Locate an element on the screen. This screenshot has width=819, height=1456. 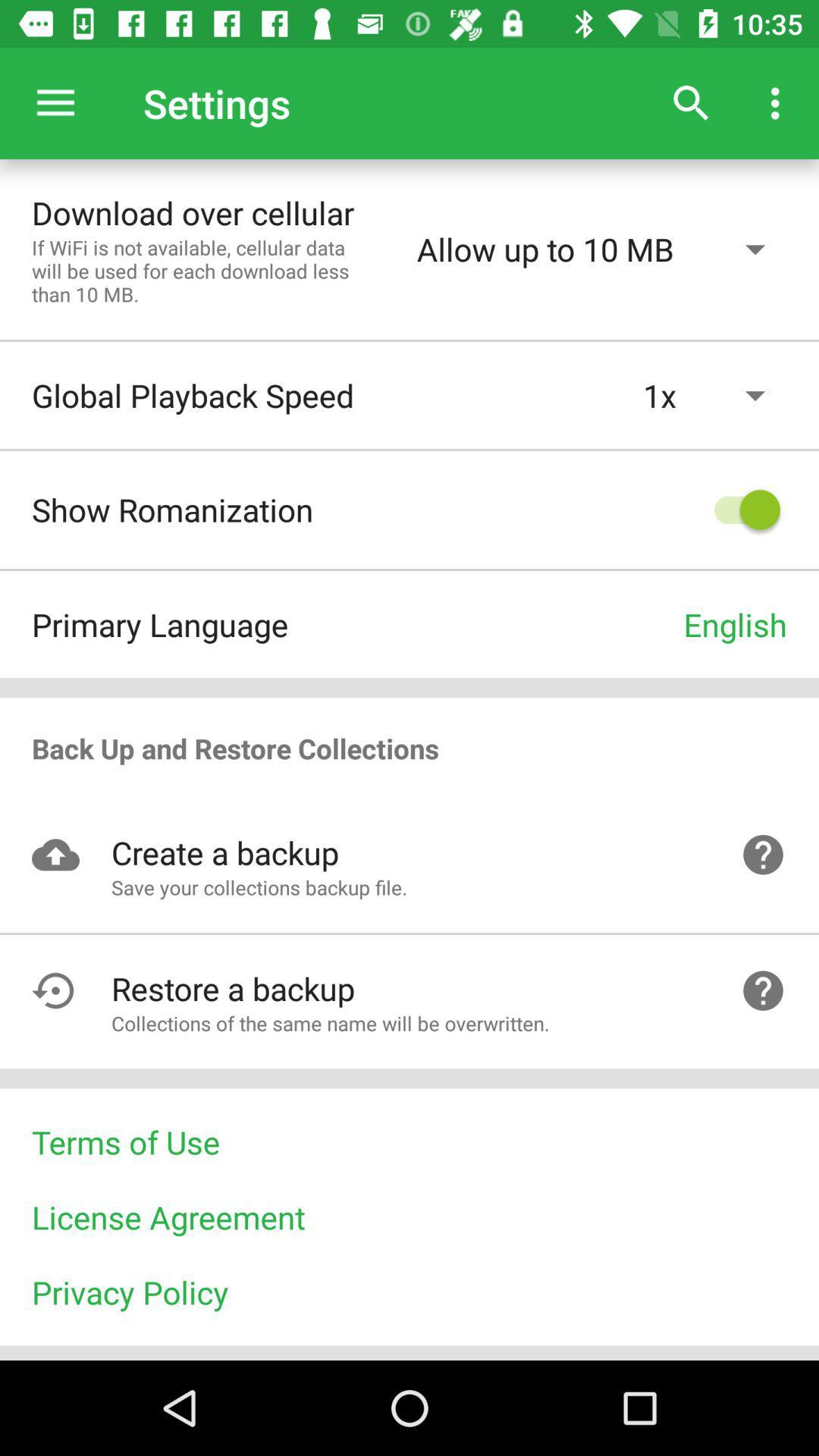
the help icon is located at coordinates (763, 990).